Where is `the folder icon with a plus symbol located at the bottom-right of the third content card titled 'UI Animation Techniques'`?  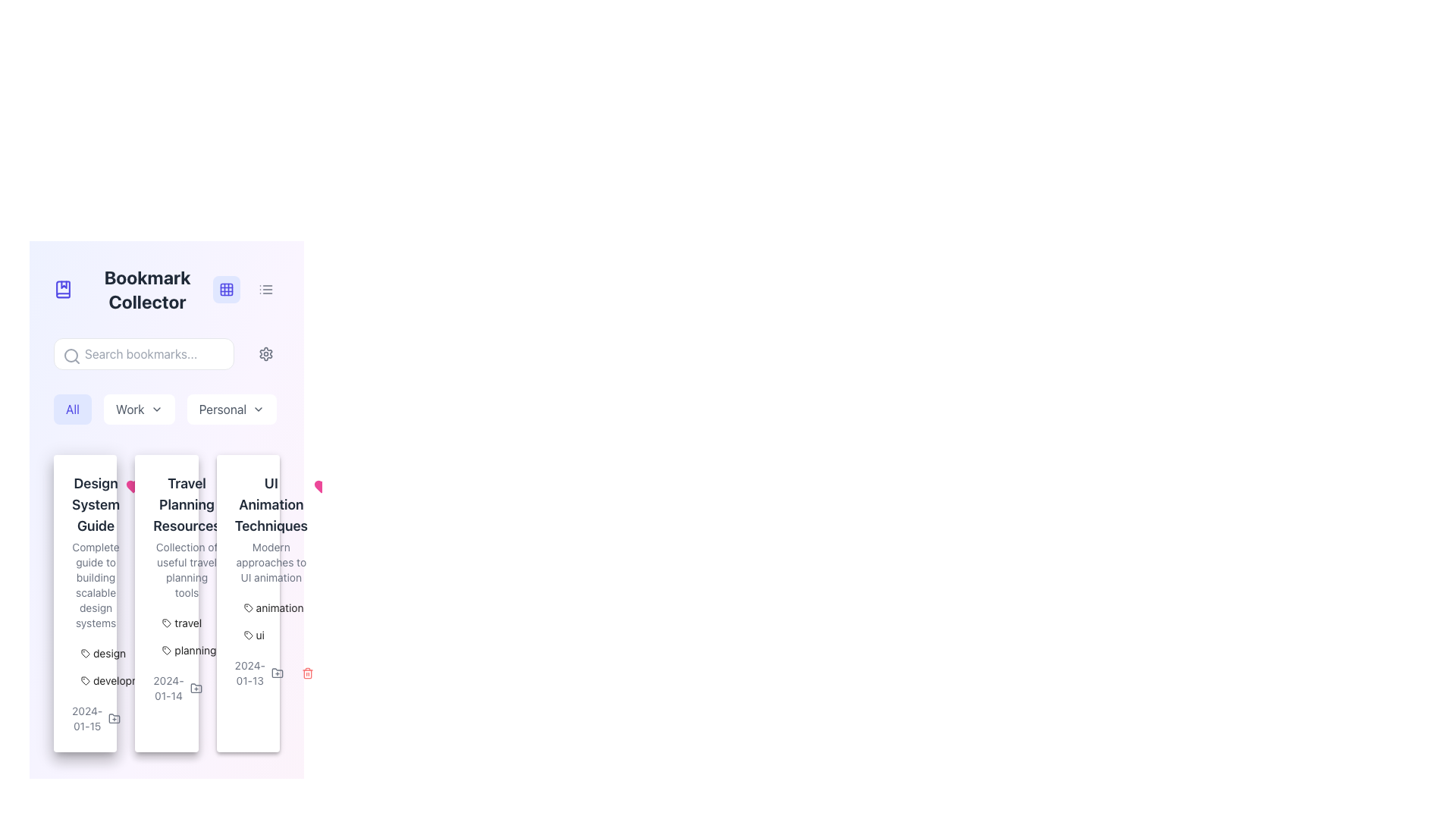 the folder icon with a plus symbol located at the bottom-right of the third content card titled 'UI Animation Techniques' is located at coordinates (277, 672).